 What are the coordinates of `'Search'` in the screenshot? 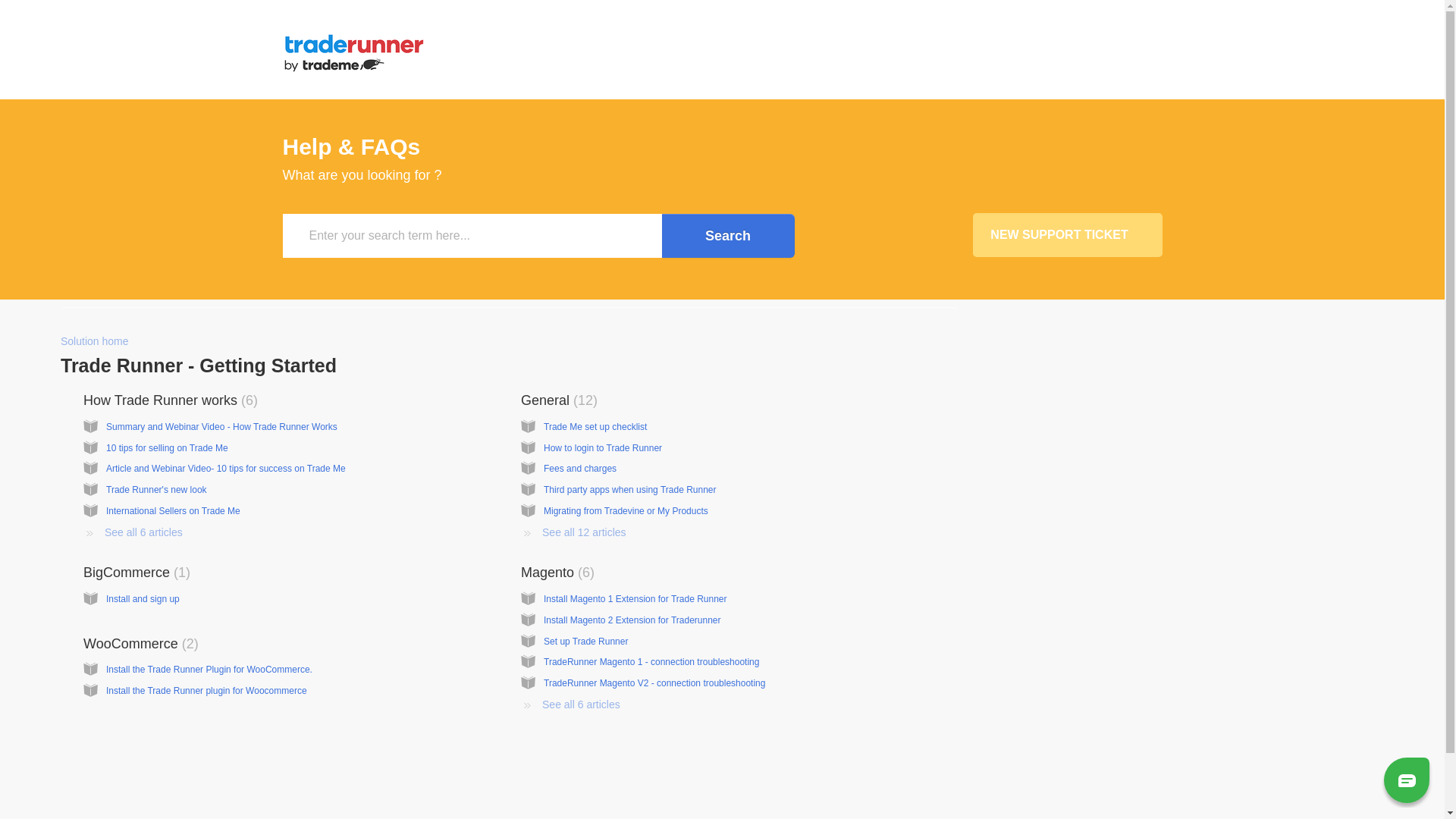 It's located at (726, 236).